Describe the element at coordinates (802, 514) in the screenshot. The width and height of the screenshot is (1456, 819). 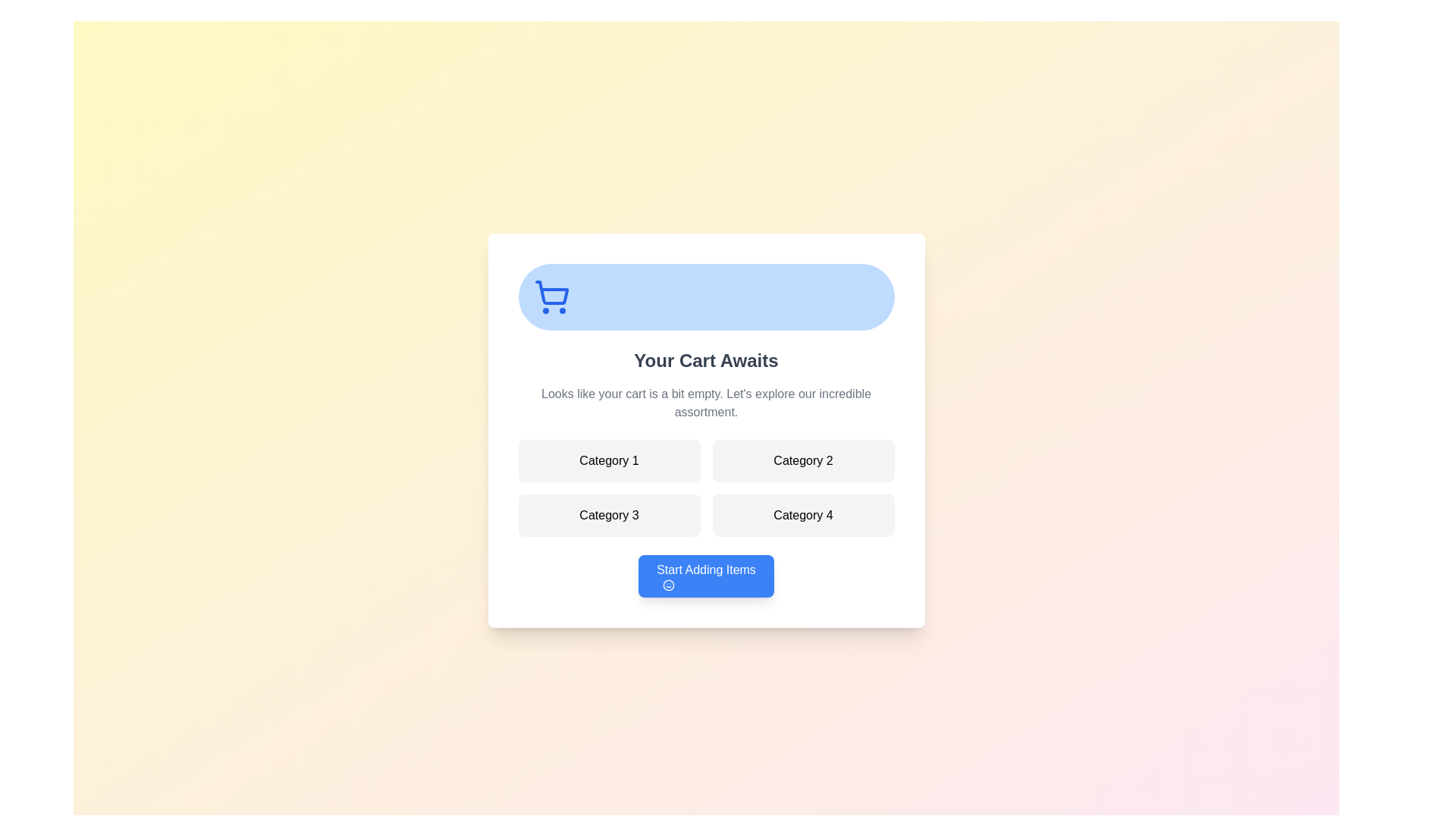
I see `the 'Category 4' button located in the lower-right corner of the 2x2 grid layout` at that location.